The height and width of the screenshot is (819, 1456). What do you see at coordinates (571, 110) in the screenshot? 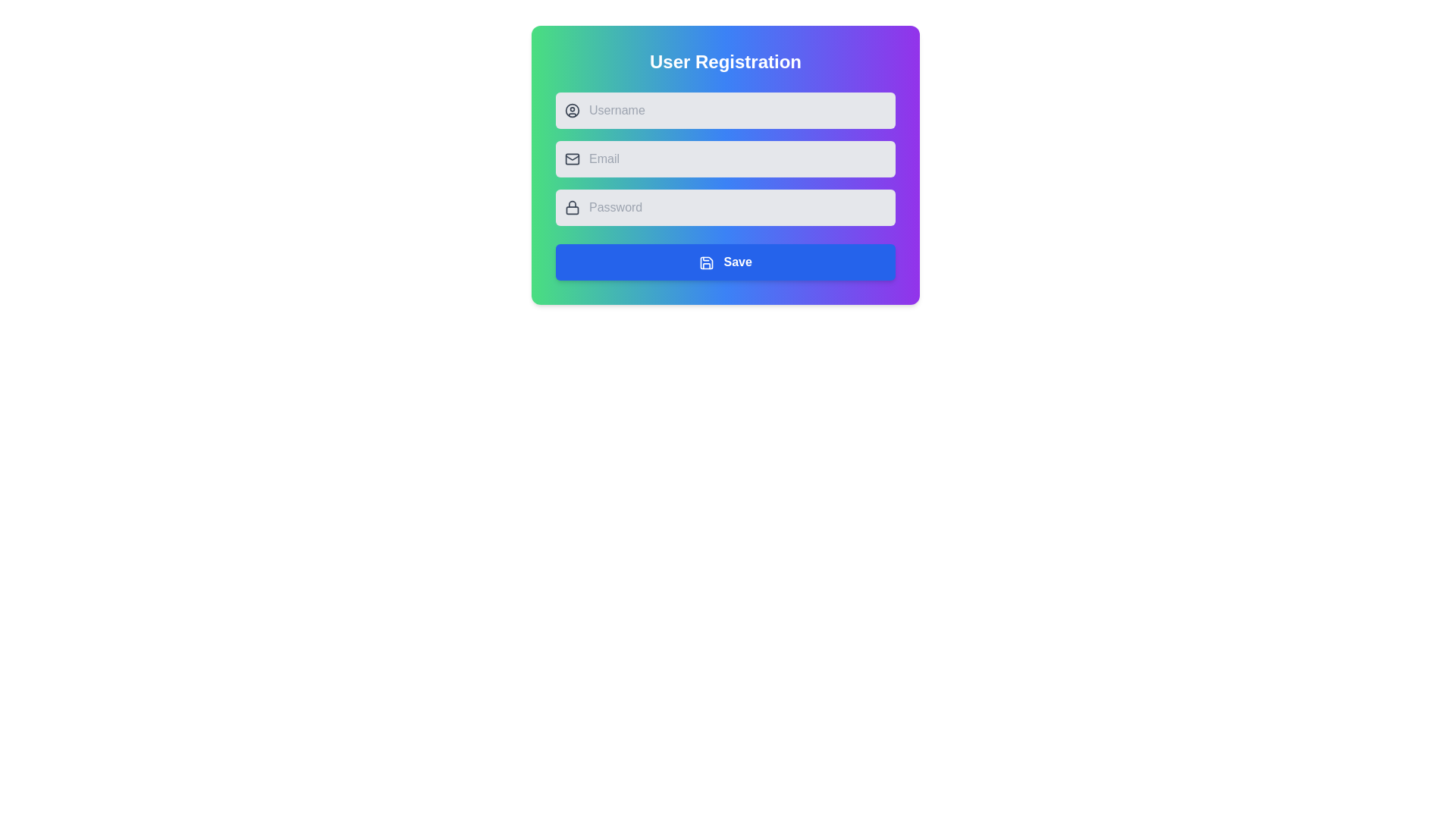
I see `the circular SVG graphic component that is part of the profile icon located next to the 'Username' input field in the user registration form` at bounding box center [571, 110].